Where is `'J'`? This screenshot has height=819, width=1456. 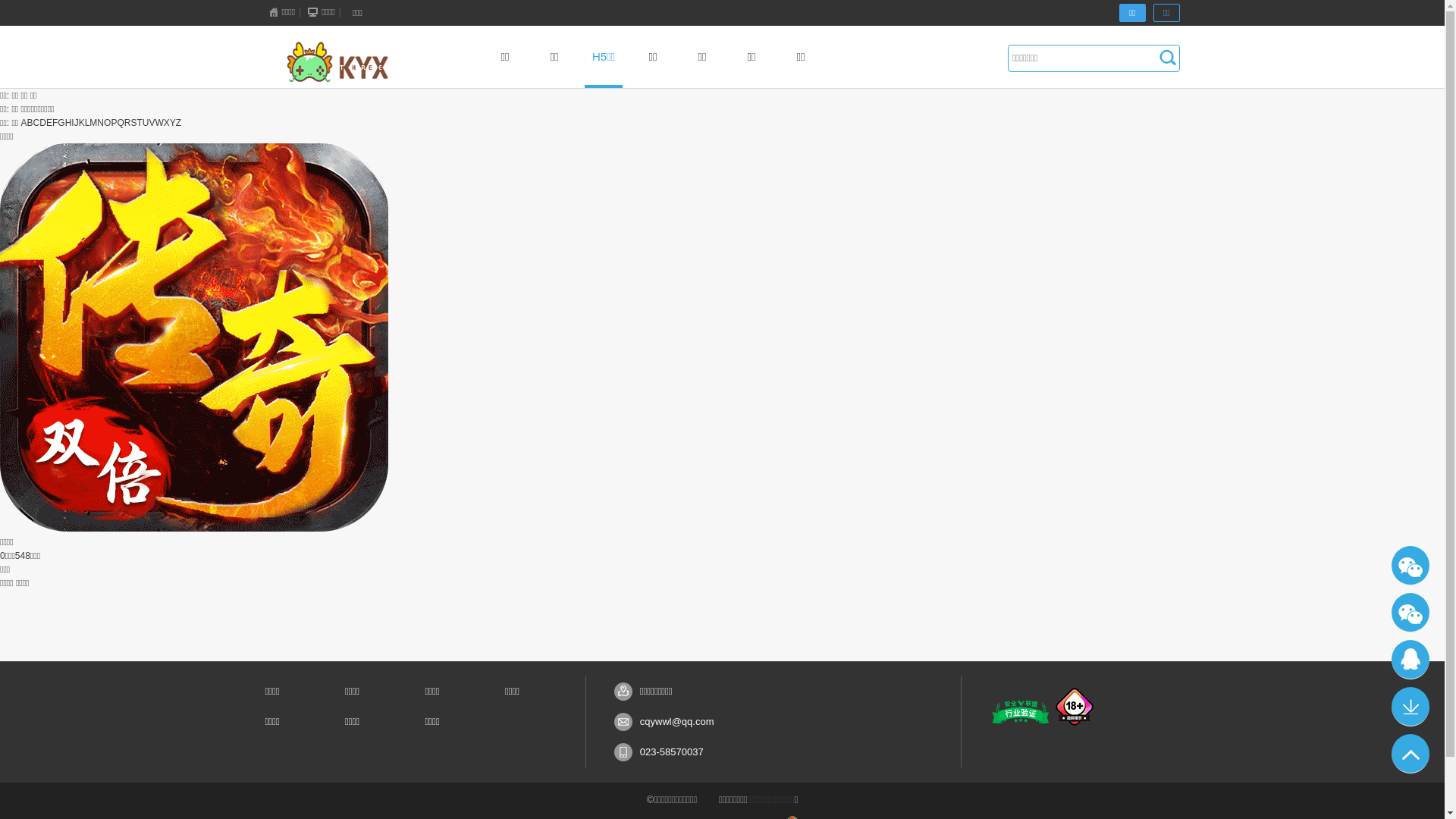
'J' is located at coordinates (75, 122).